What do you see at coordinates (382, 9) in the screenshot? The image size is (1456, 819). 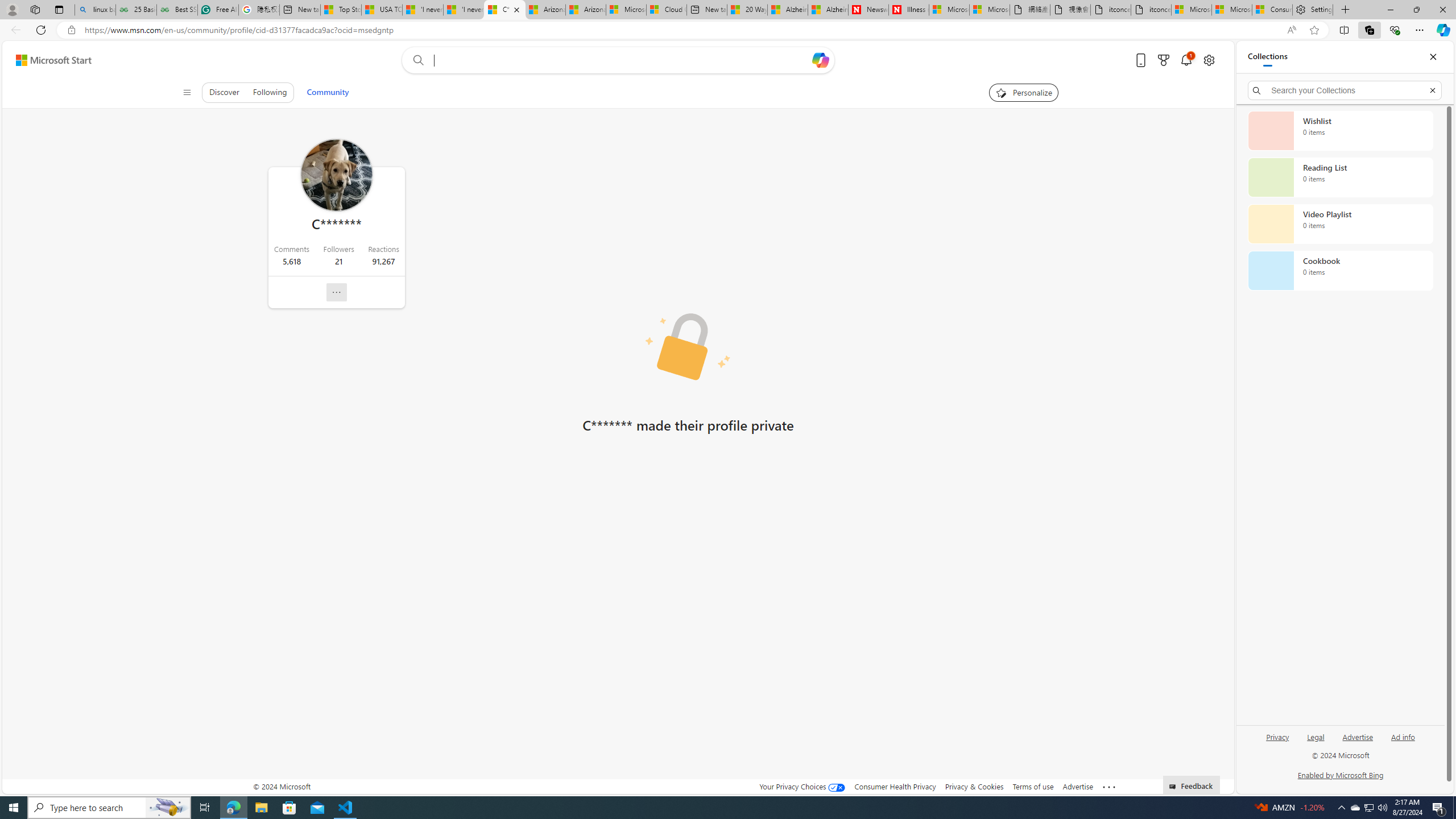 I see `'USA TODAY - MSN'` at bounding box center [382, 9].